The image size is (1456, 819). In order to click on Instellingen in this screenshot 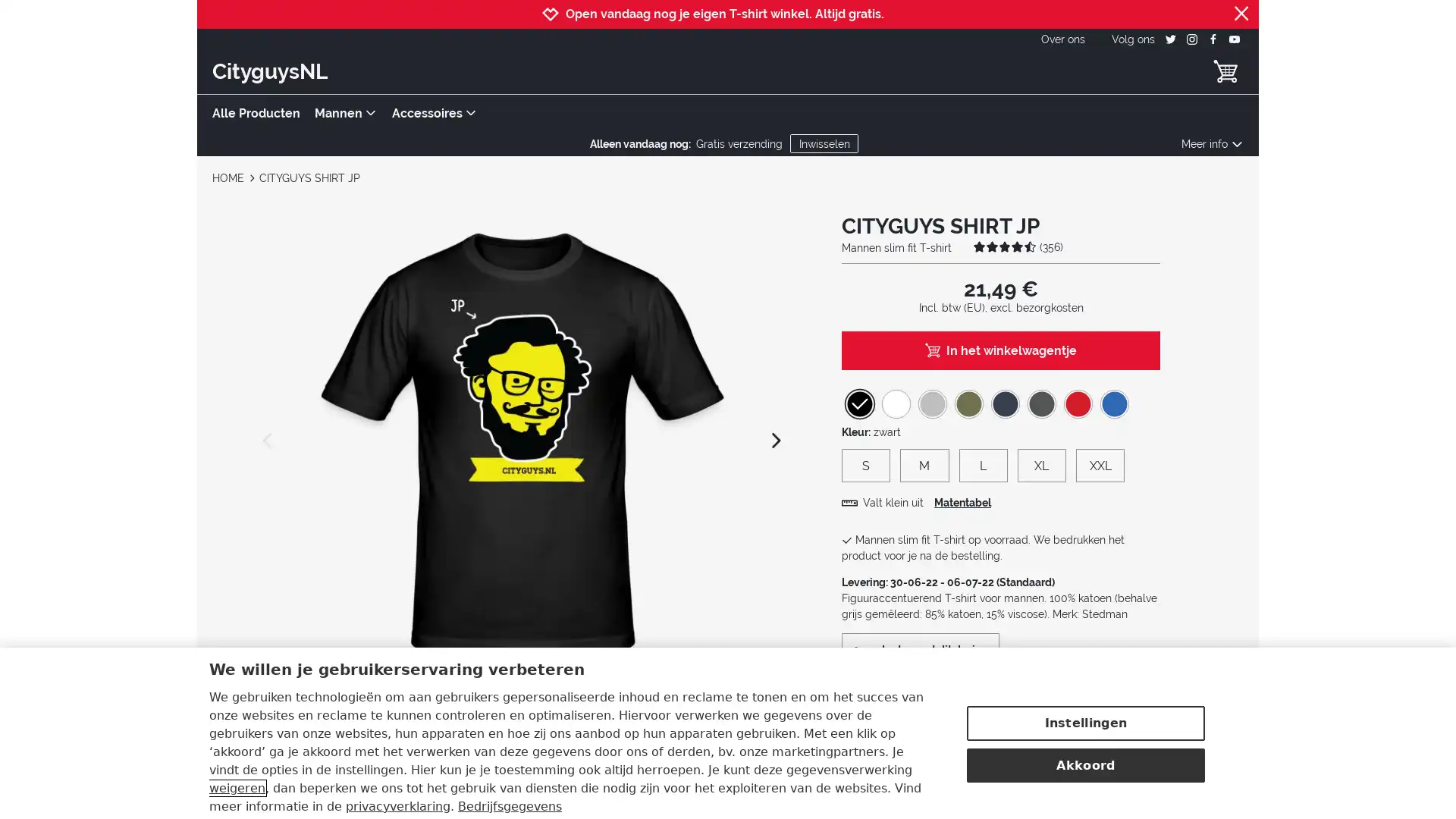, I will do `click(1084, 689)`.